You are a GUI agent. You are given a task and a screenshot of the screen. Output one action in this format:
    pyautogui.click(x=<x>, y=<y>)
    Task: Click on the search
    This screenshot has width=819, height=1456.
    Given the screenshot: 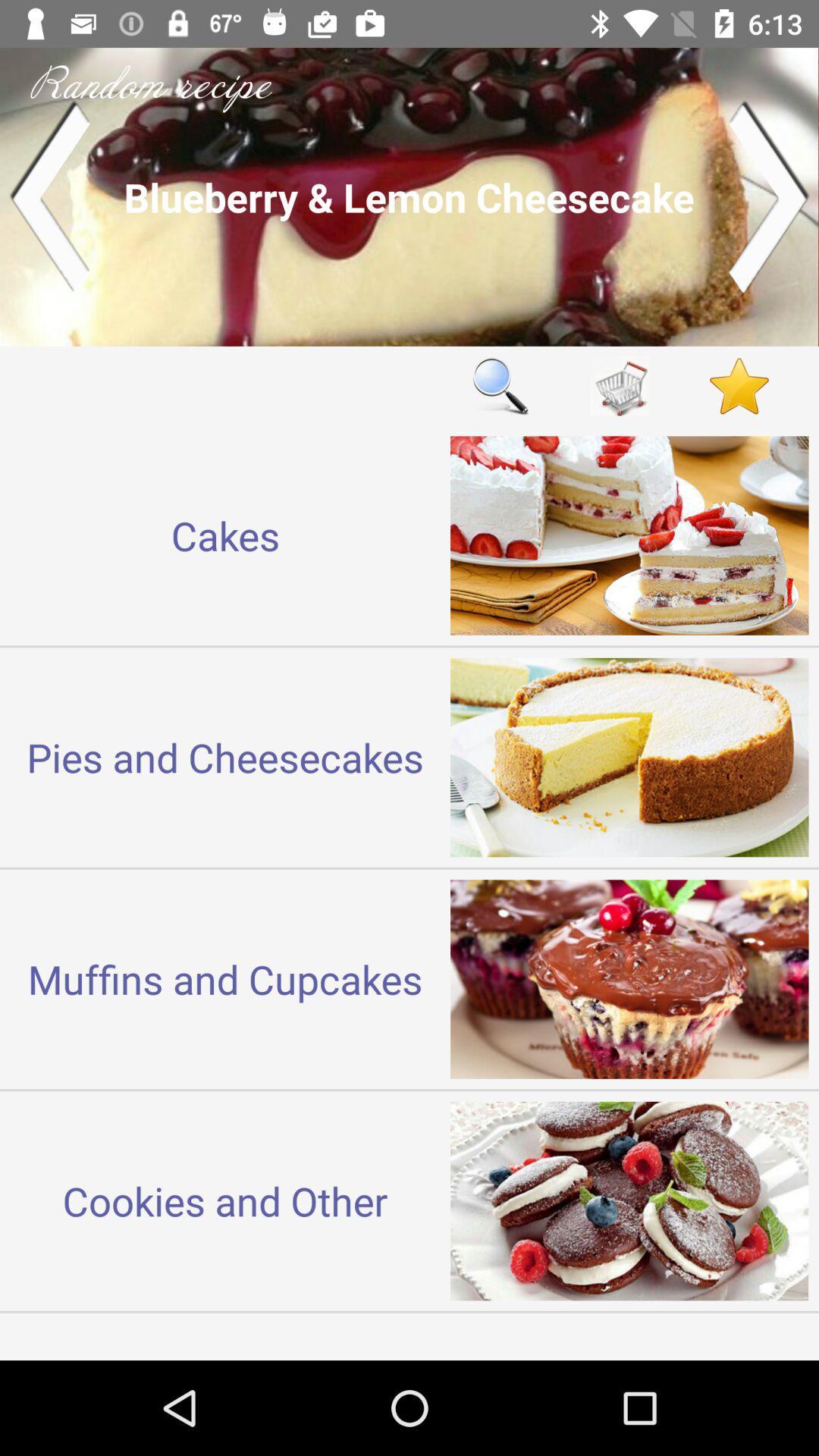 What is the action you would take?
    pyautogui.click(x=500, y=386)
    